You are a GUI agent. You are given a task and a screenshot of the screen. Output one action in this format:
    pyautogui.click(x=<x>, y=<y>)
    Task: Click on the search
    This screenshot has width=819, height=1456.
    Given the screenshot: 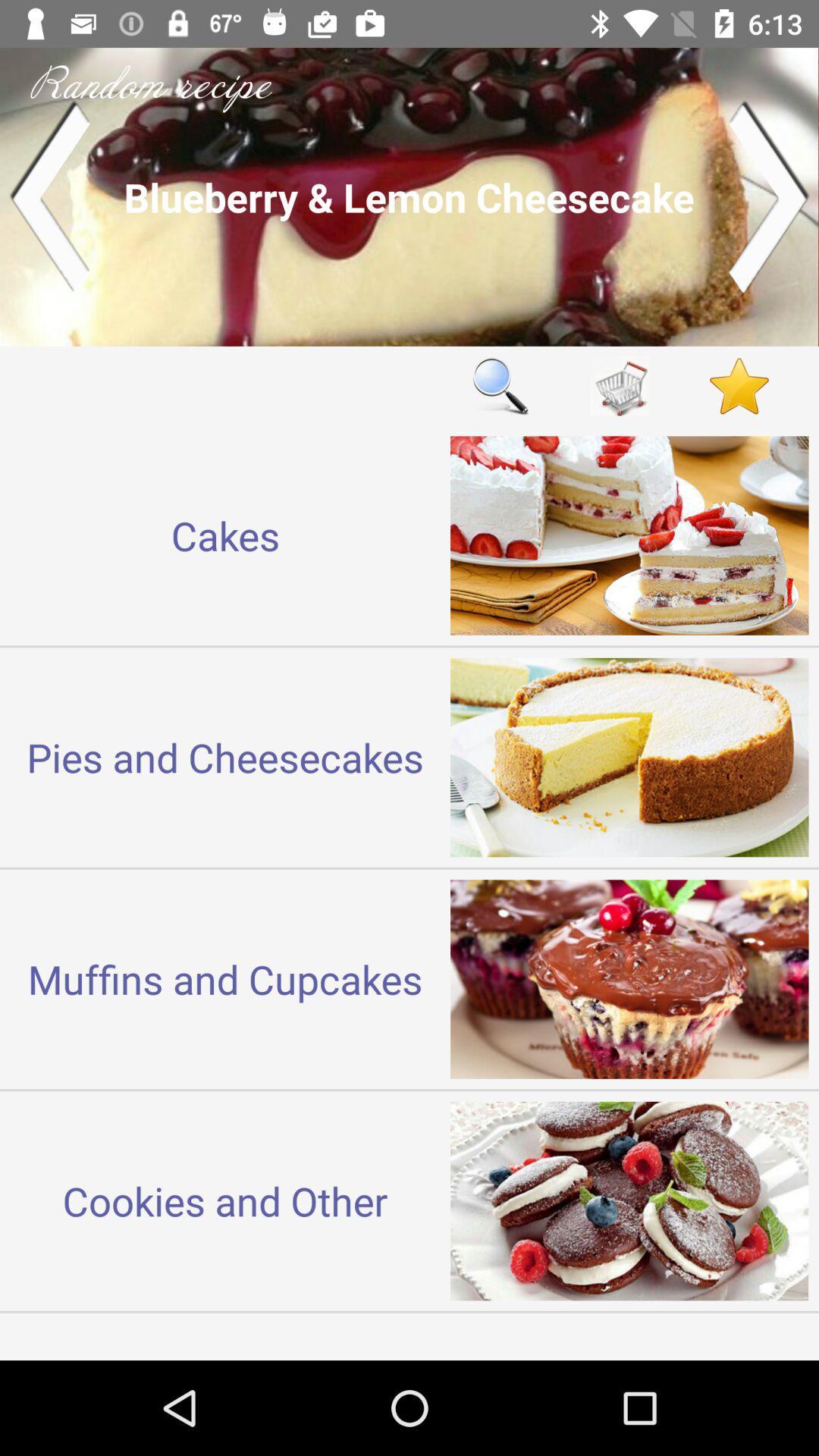 What is the action you would take?
    pyautogui.click(x=500, y=386)
    